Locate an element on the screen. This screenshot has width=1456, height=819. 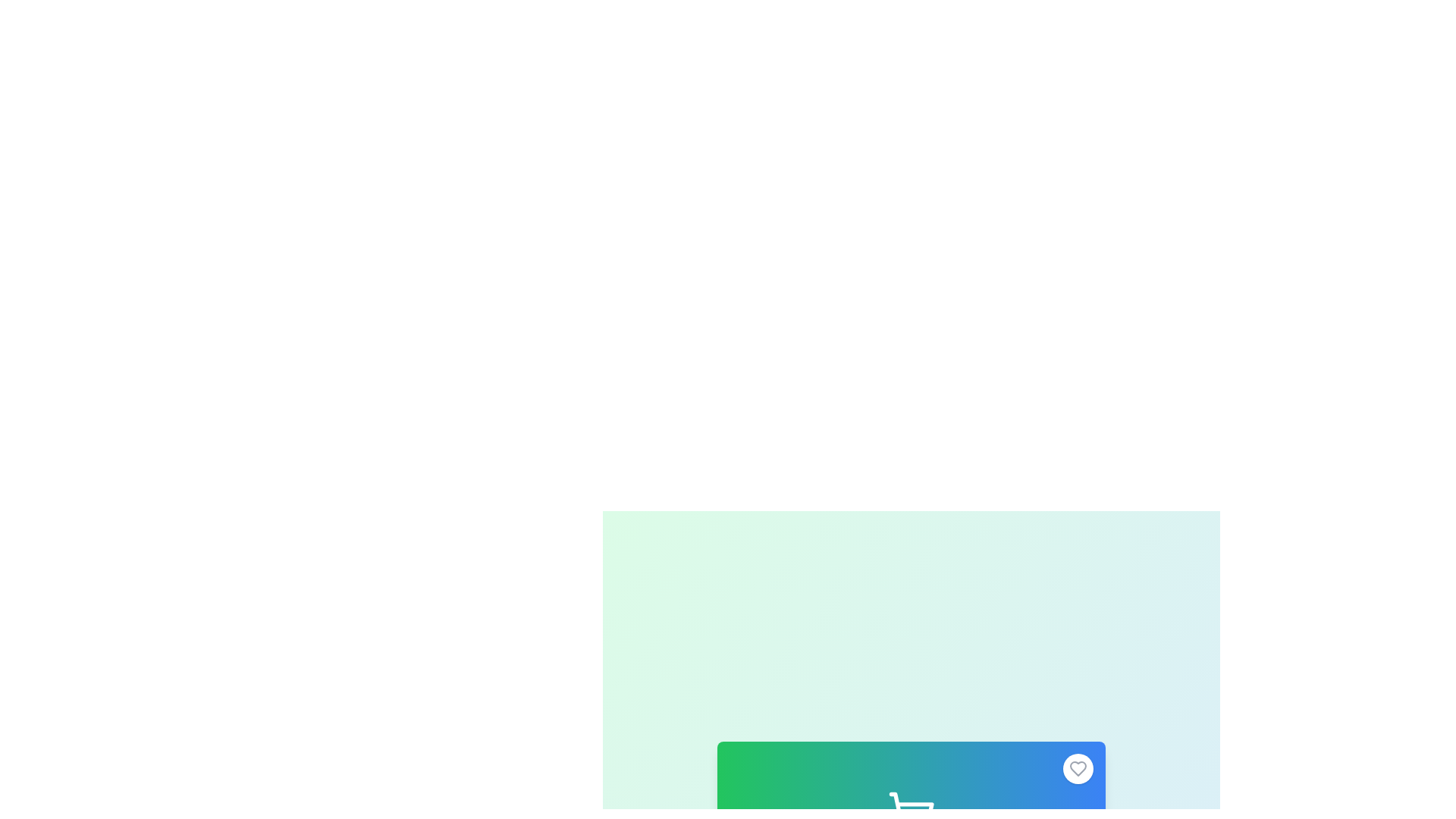
the heart-shaped icon is located at coordinates (1077, 769).